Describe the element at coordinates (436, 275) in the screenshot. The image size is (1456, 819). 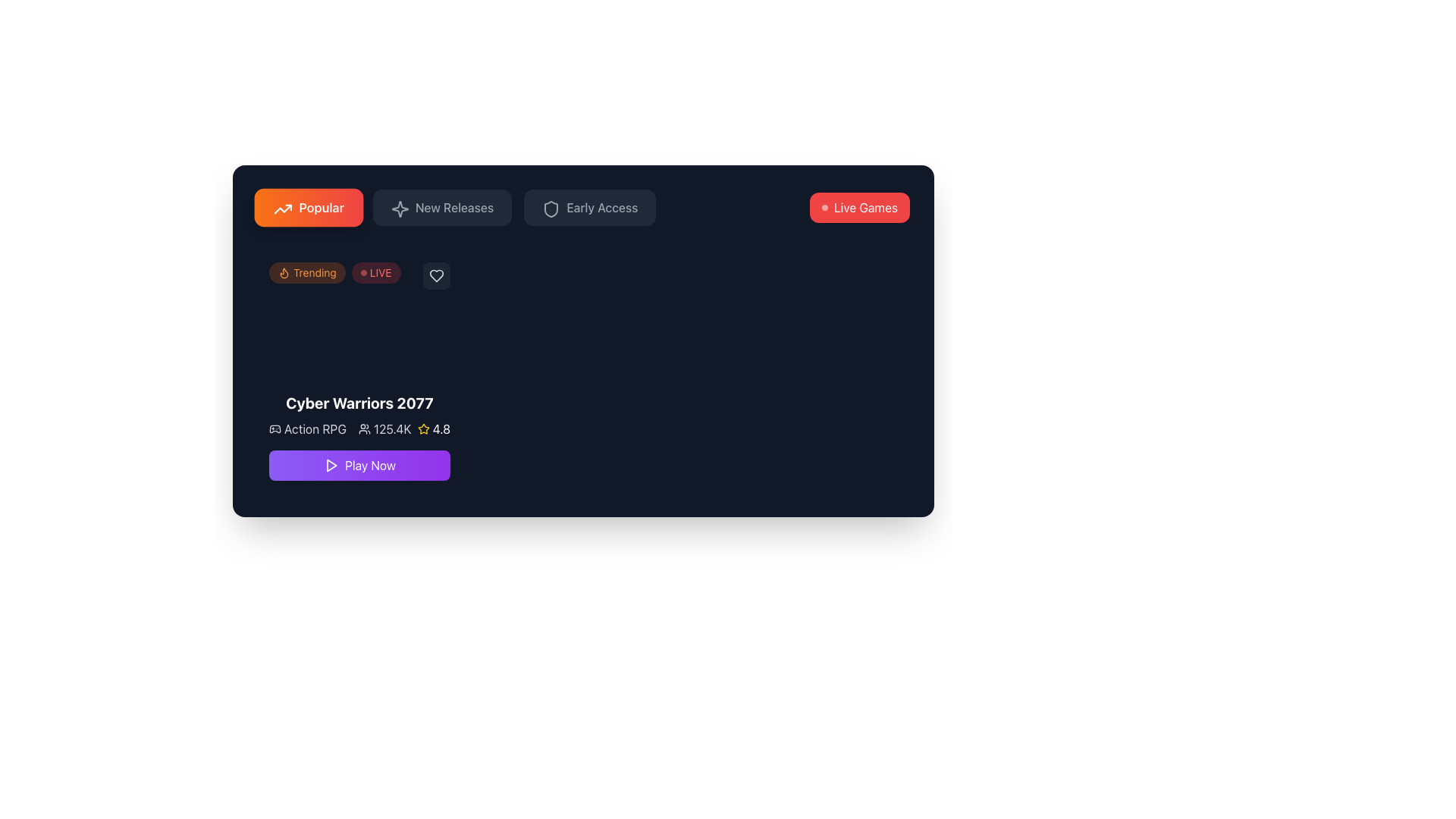
I see `the heart-shaped button with a dark gray background and white outline, located next to the 'LIVE' label in the top portion of the interface` at that location.